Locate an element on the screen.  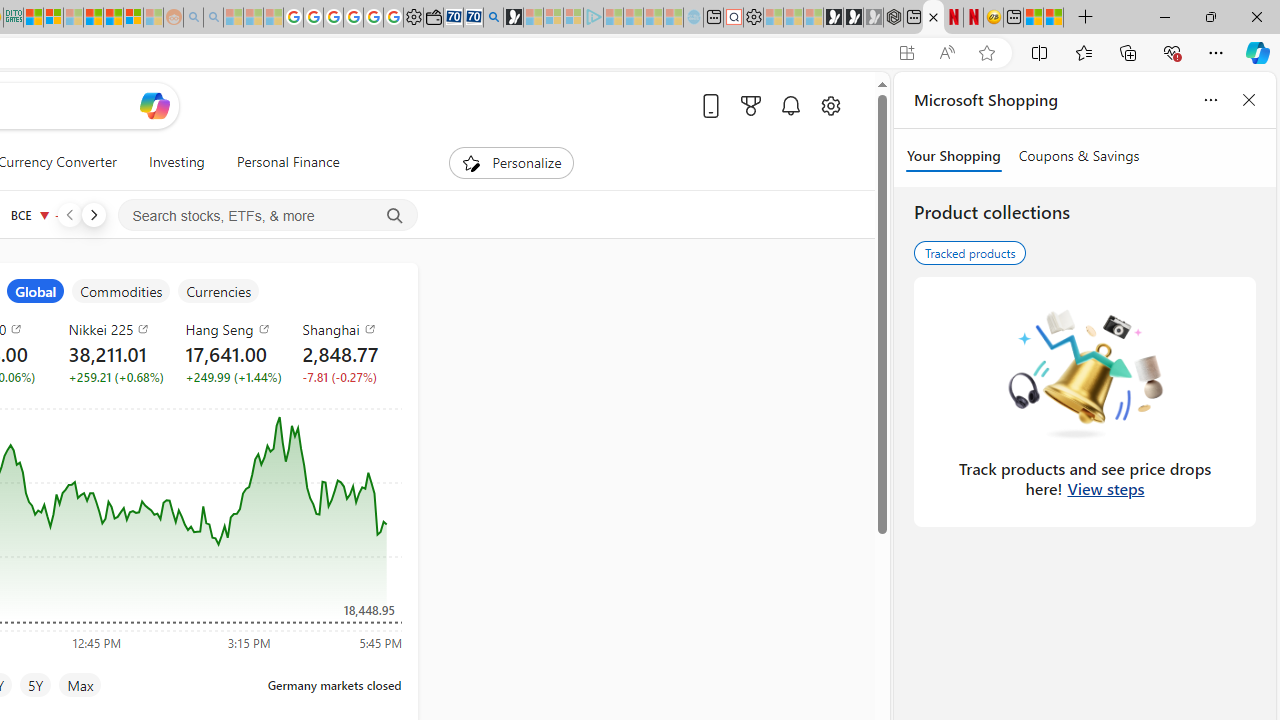
'Play Free Online Games | Games from Microsoft Start' is located at coordinates (833, 17).